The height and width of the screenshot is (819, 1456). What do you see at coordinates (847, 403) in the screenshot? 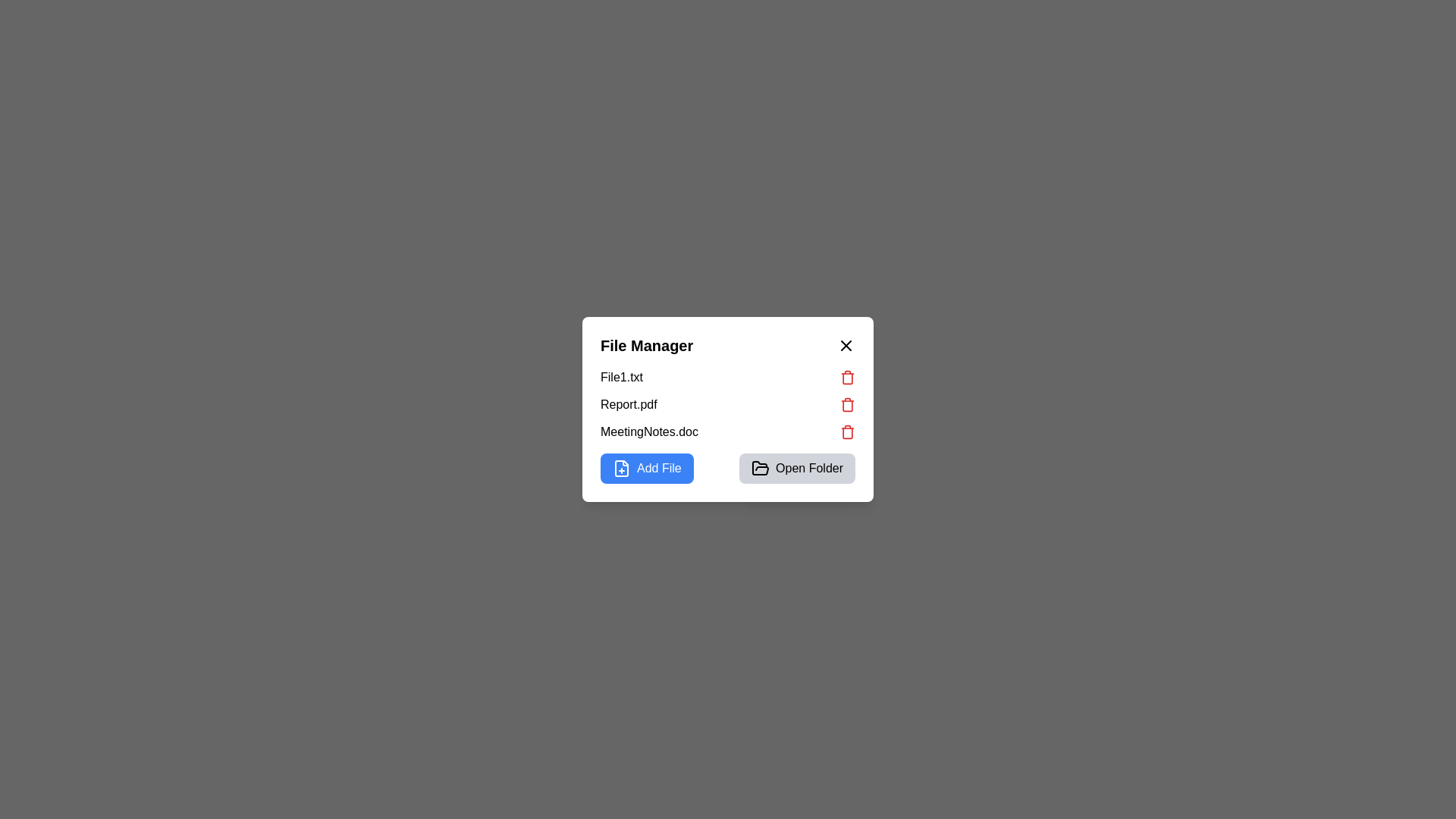
I see `the red trash can icon located next to the 'Report.pdf' text in the file manager` at bounding box center [847, 403].